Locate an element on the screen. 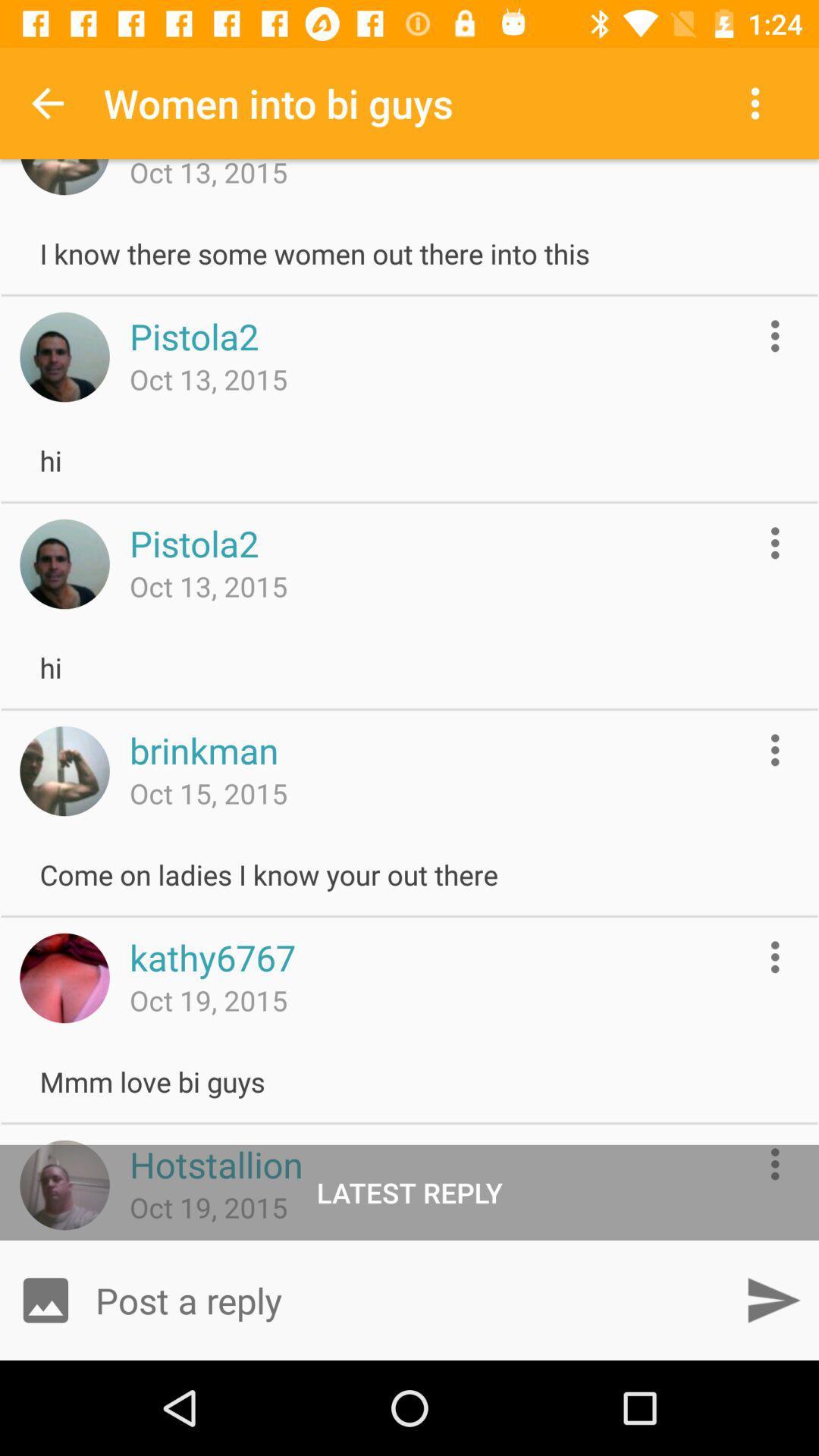 The image size is (819, 1456). option/settings is located at coordinates (775, 750).